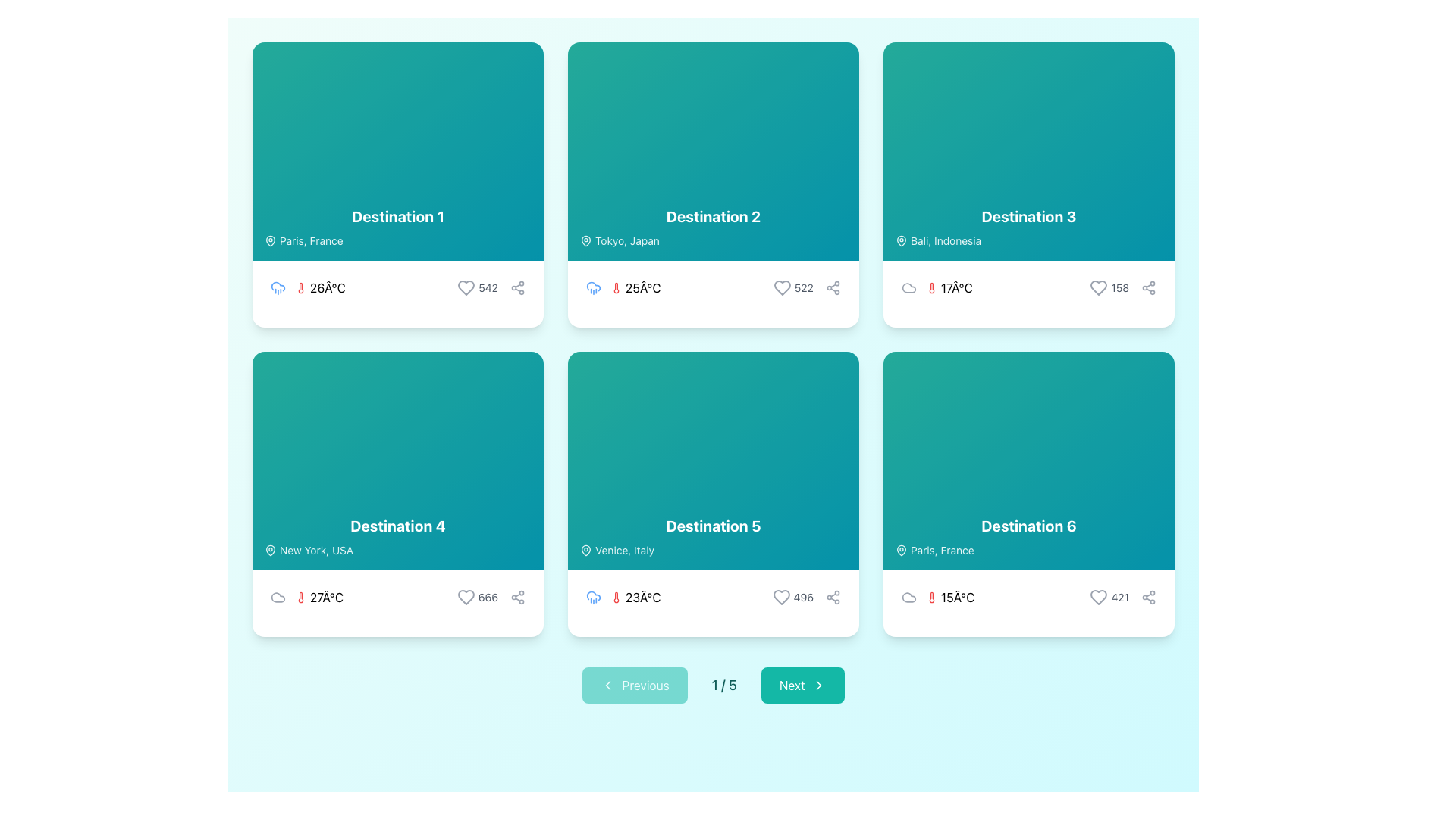 The width and height of the screenshot is (1456, 819). What do you see at coordinates (397, 460) in the screenshot?
I see `the informational card with a teal to cyan gradient background displaying 'Destination 4' and 'New York, USA', positioned in the second row, first column of the grid layout` at bounding box center [397, 460].